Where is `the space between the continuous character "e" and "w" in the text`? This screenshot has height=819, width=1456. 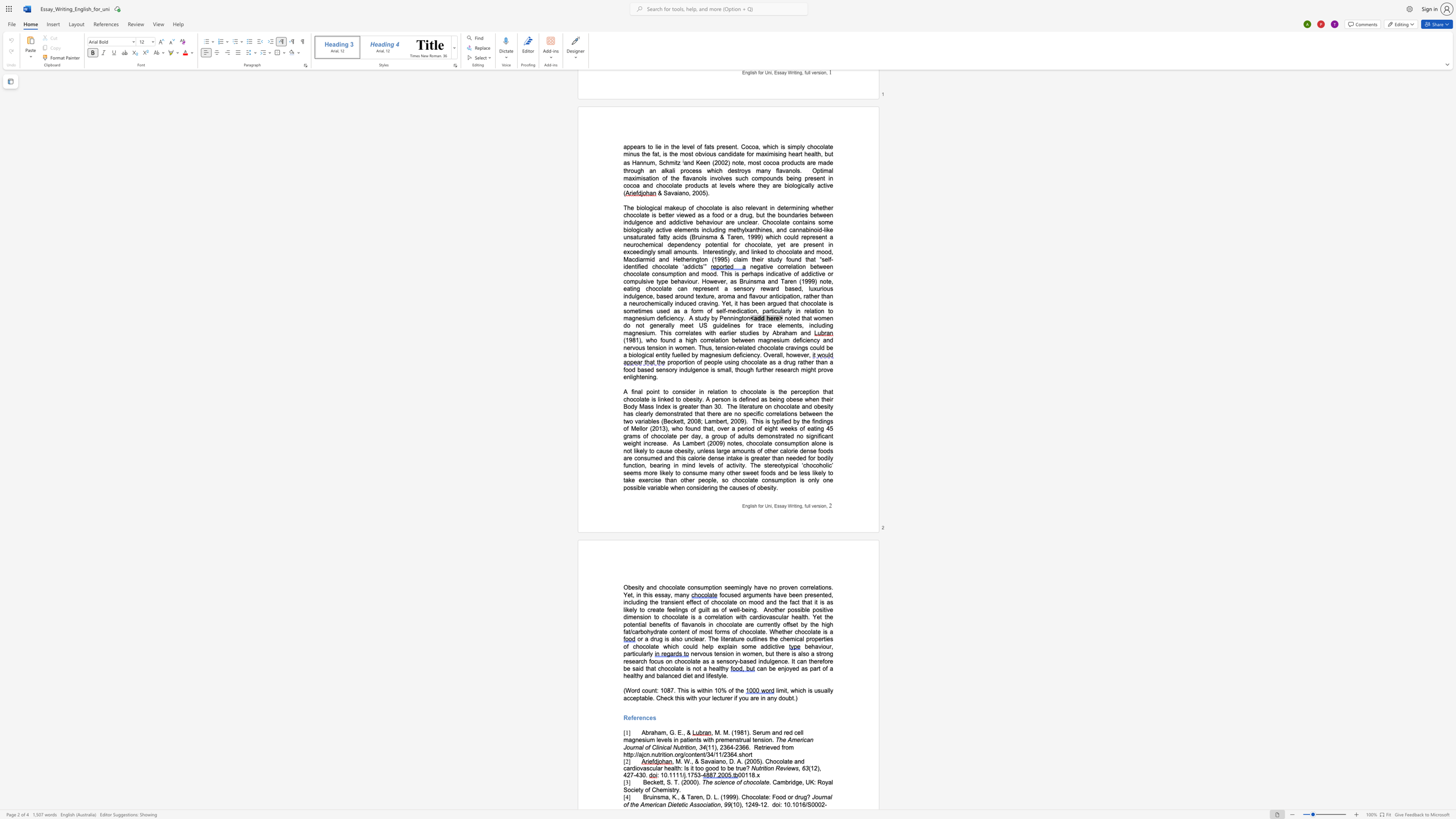
the space between the continuous character "e" and "w" in the text is located at coordinates (791, 768).